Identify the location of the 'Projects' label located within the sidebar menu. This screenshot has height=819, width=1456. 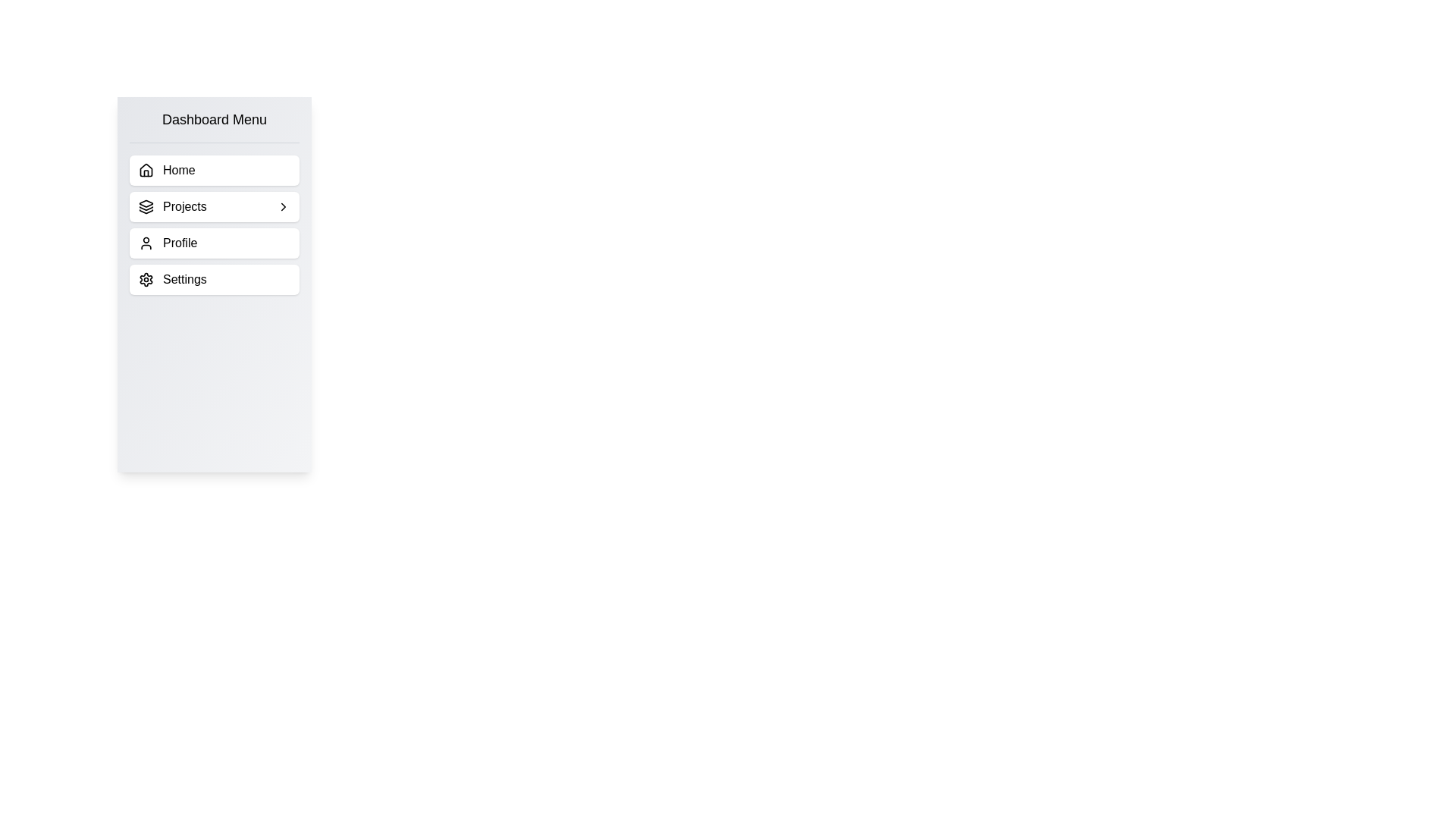
(184, 207).